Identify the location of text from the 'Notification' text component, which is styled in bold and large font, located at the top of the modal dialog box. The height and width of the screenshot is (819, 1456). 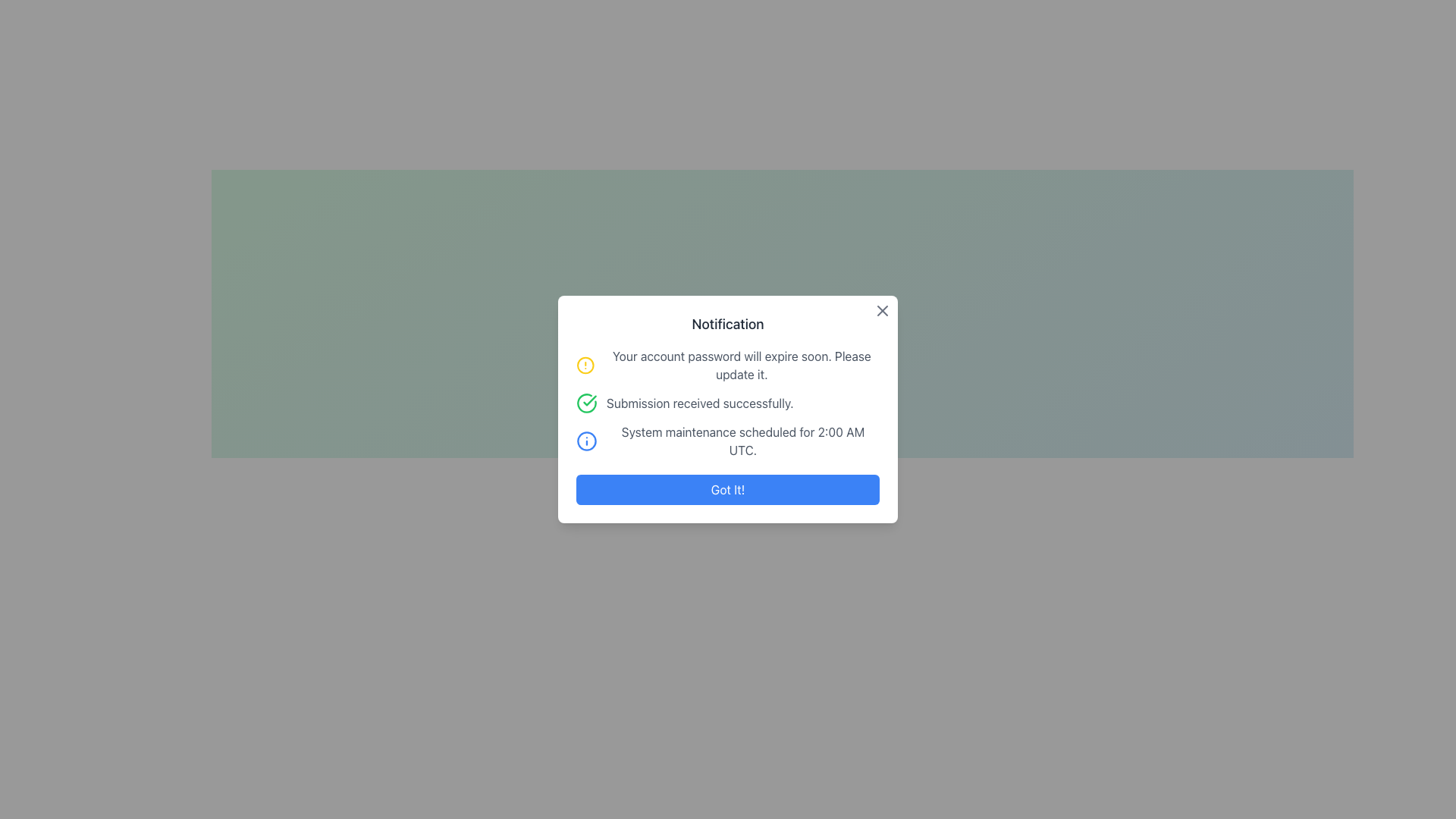
(728, 324).